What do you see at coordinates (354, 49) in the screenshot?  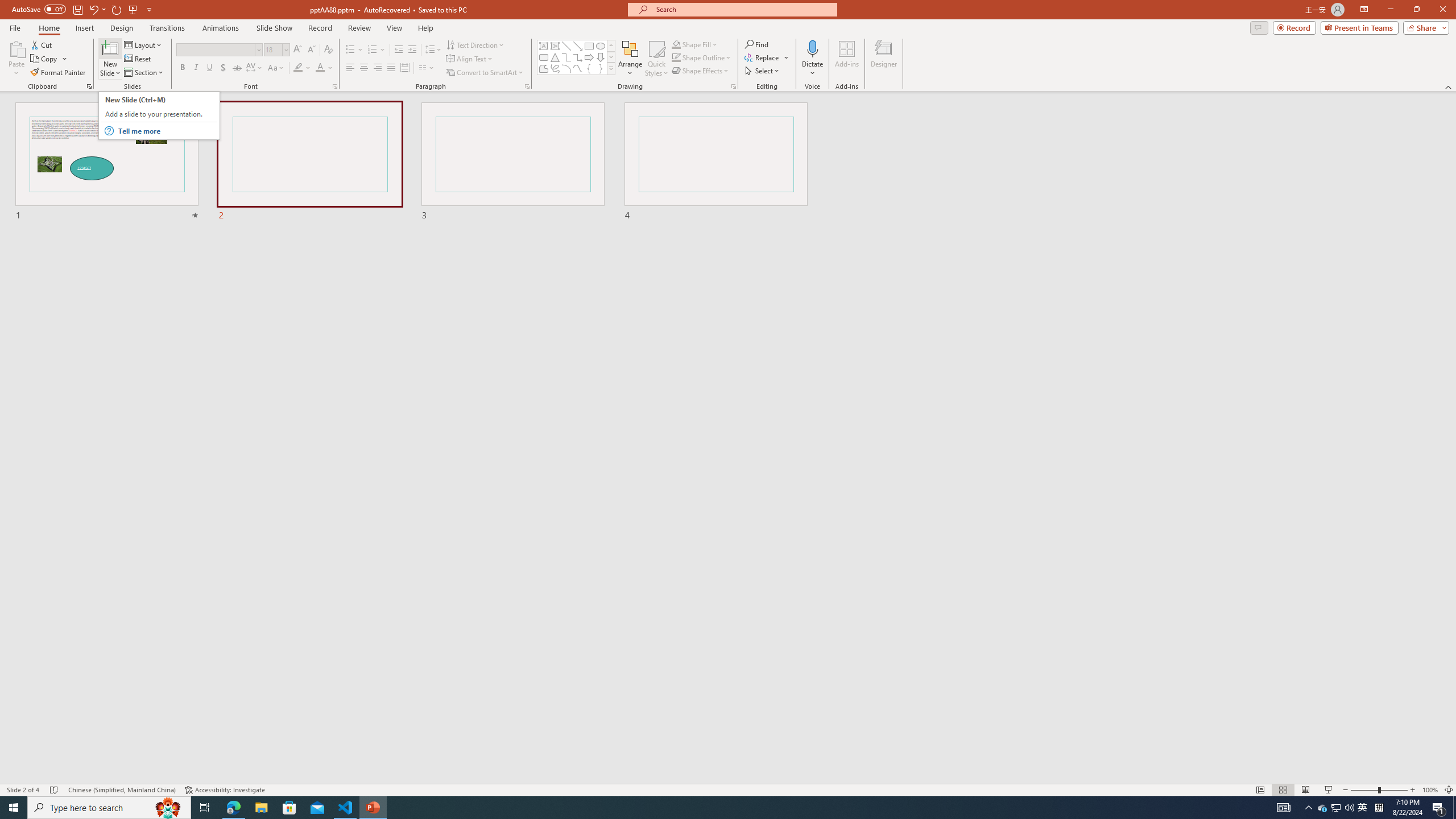 I see `'Bullets'` at bounding box center [354, 49].